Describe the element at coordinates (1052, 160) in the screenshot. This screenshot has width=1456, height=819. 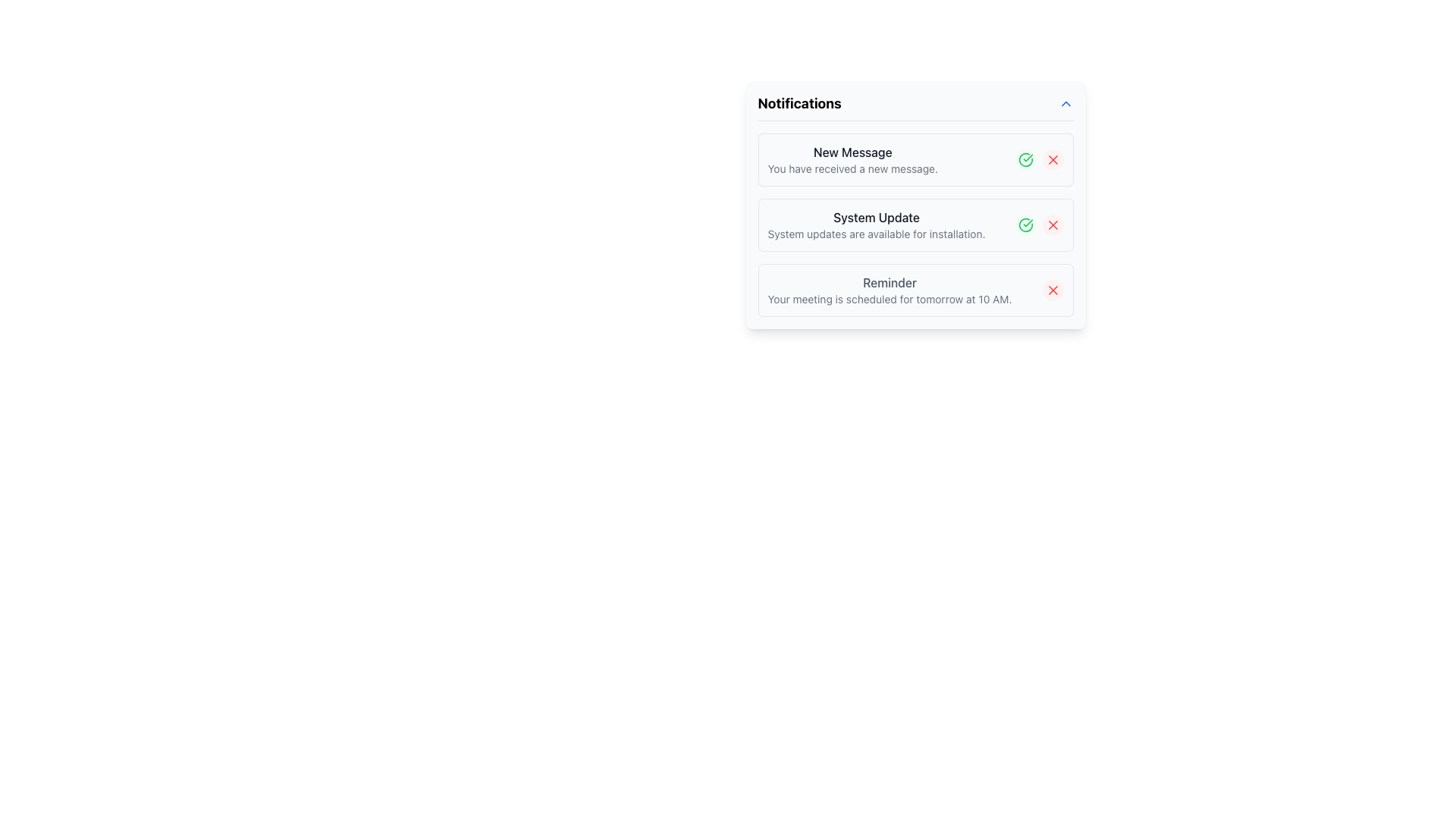
I see `the red 'X' icon next to the 'New Message' notification` at that location.